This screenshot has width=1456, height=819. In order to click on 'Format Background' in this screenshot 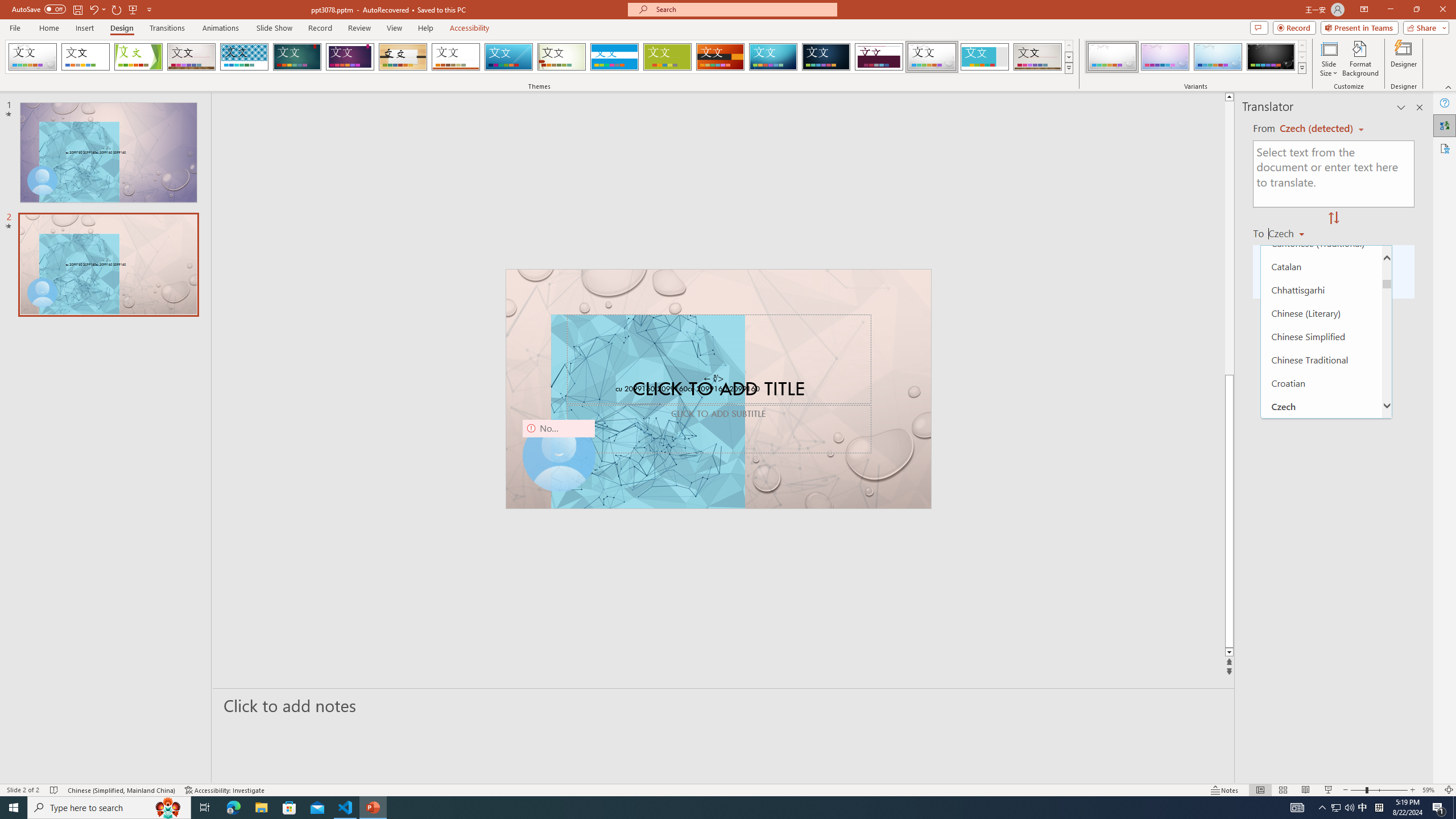, I will do `click(1360, 59)`.